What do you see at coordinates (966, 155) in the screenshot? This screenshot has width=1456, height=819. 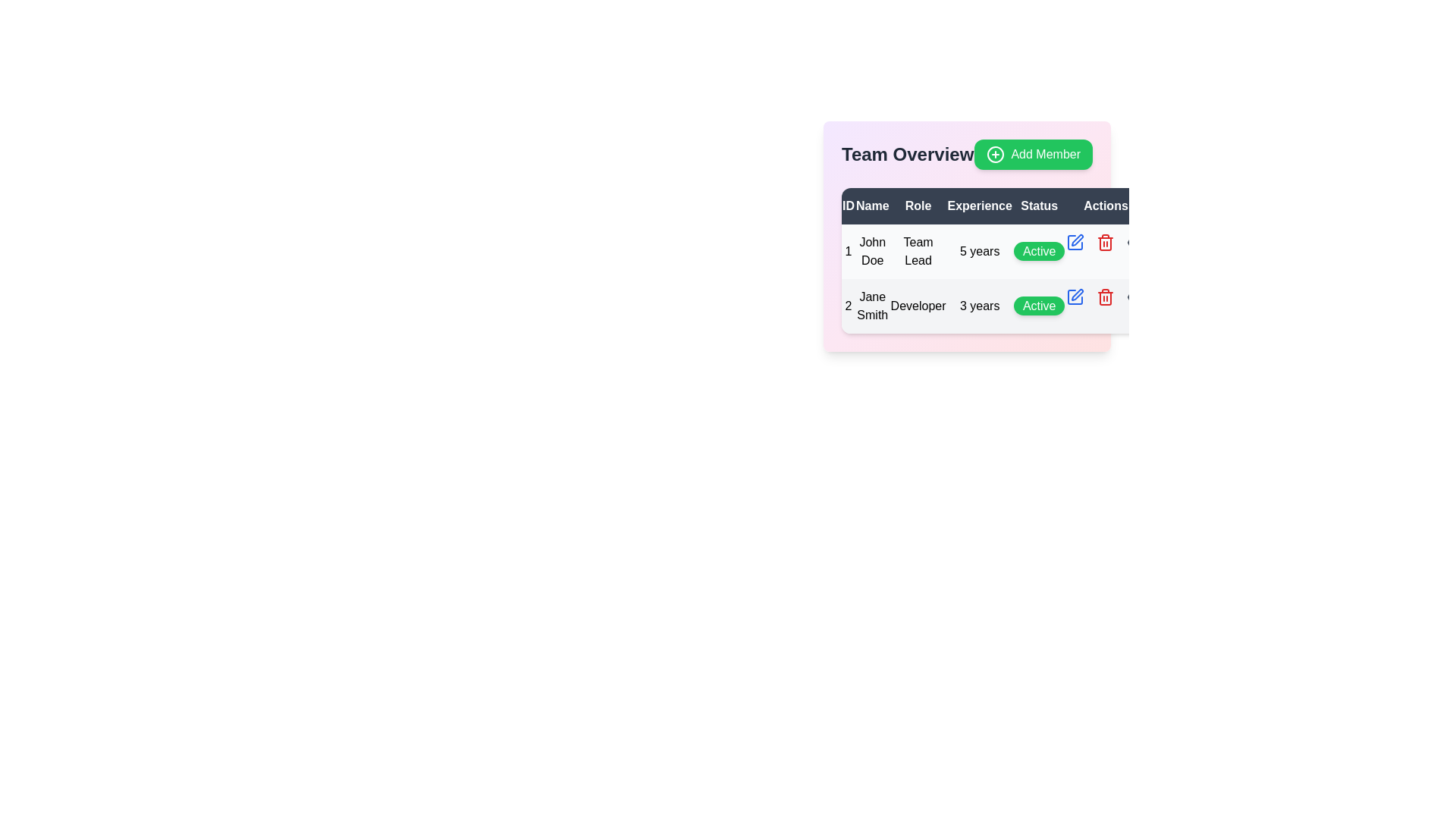 I see `the 'Add Member' button located on the right side of the 'Team Overview' section` at bounding box center [966, 155].